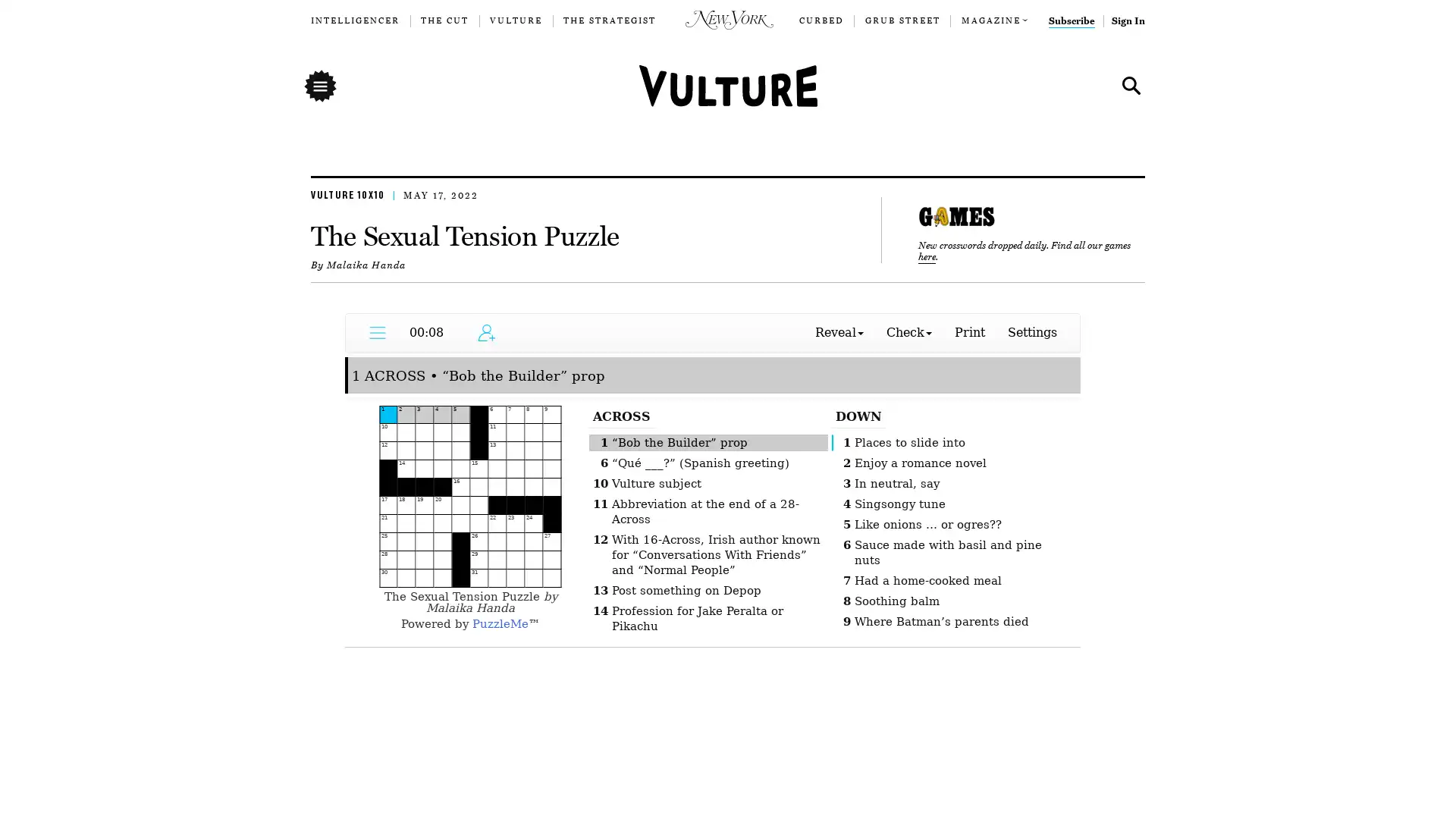  Describe the element at coordinates (1131, 85) in the screenshot. I see `Search` at that location.